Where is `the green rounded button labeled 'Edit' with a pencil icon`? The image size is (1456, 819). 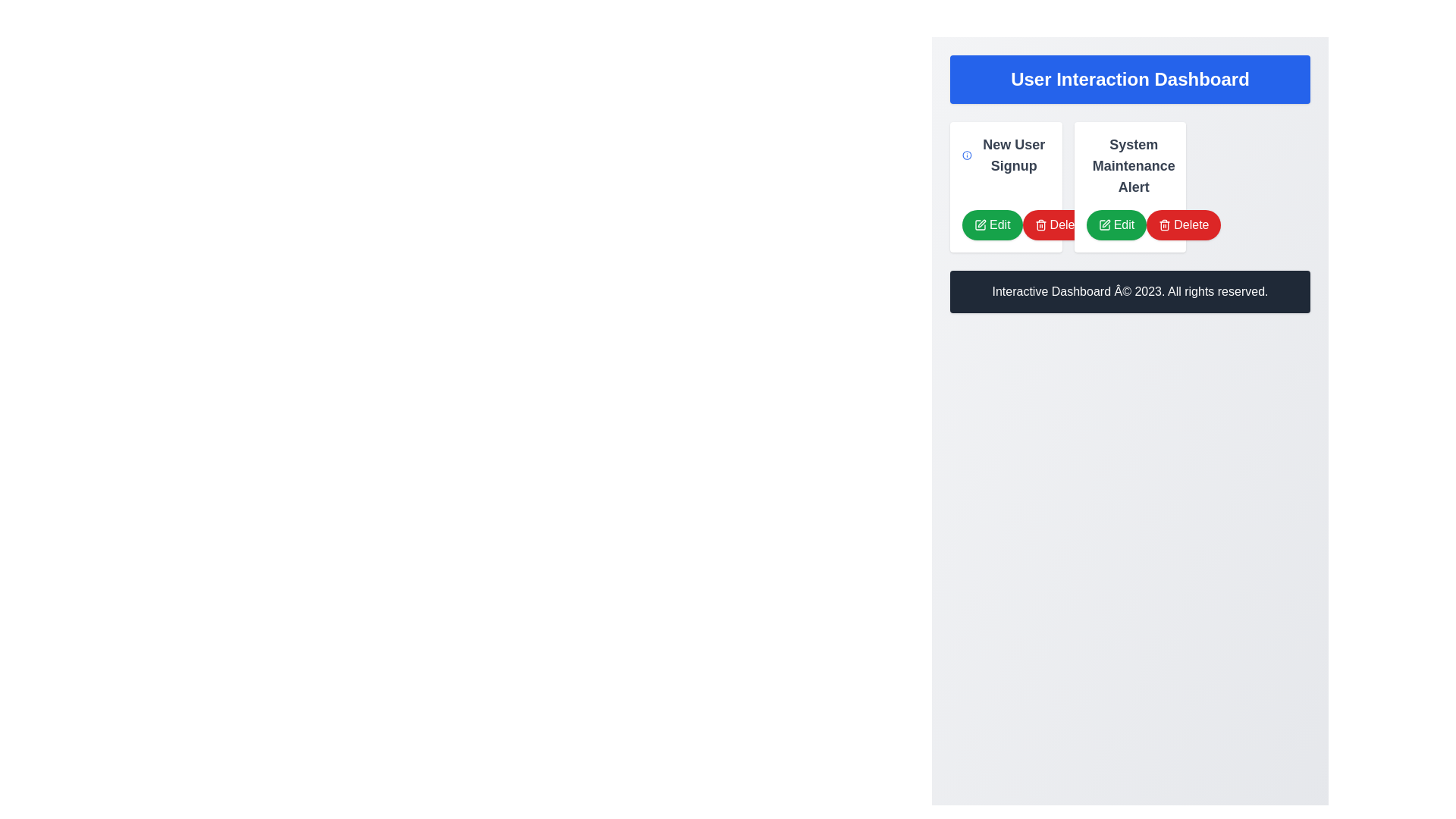 the green rounded button labeled 'Edit' with a pencil icon is located at coordinates (992, 225).